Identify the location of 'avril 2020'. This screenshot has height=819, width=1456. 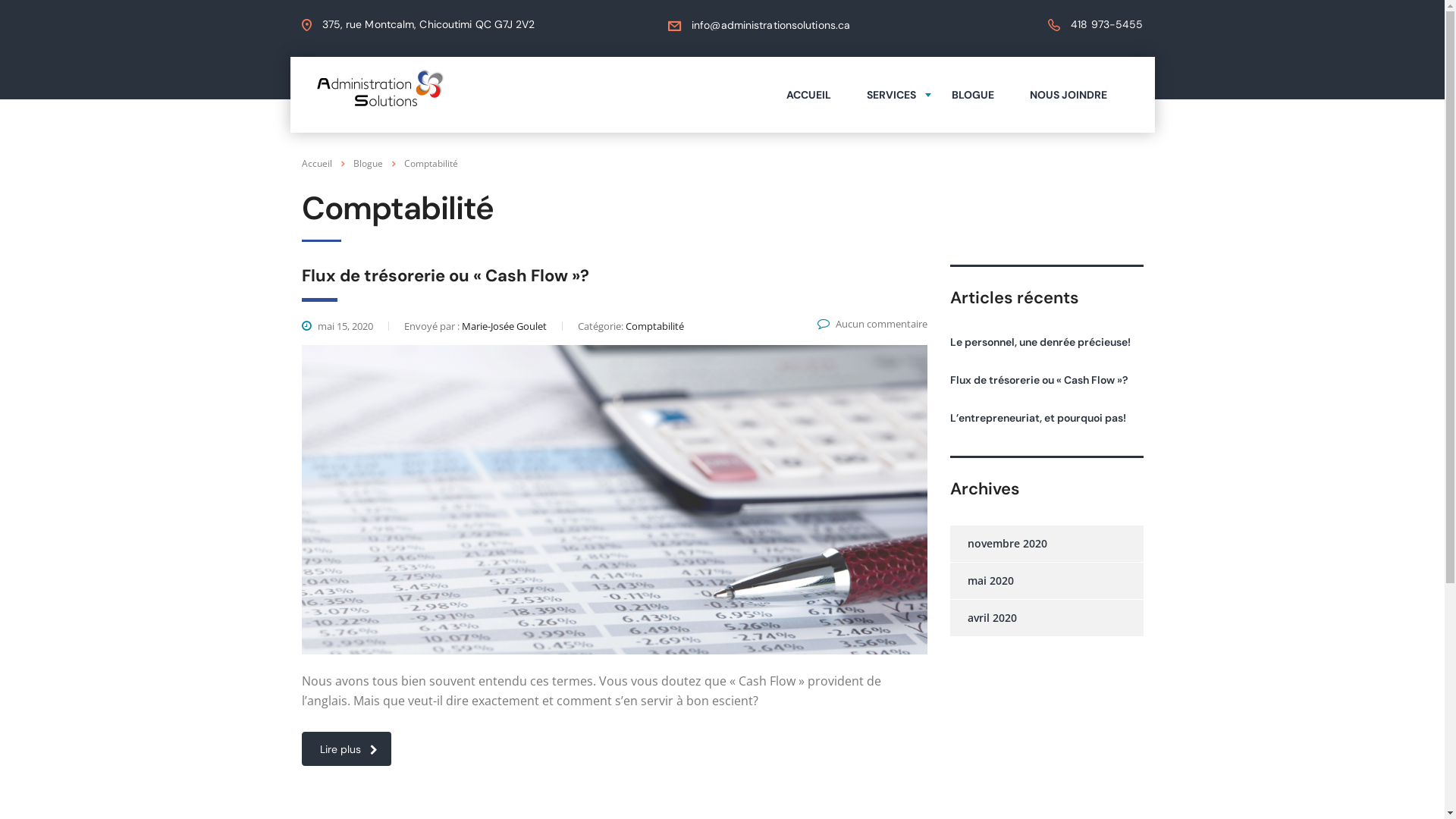
(983, 617).